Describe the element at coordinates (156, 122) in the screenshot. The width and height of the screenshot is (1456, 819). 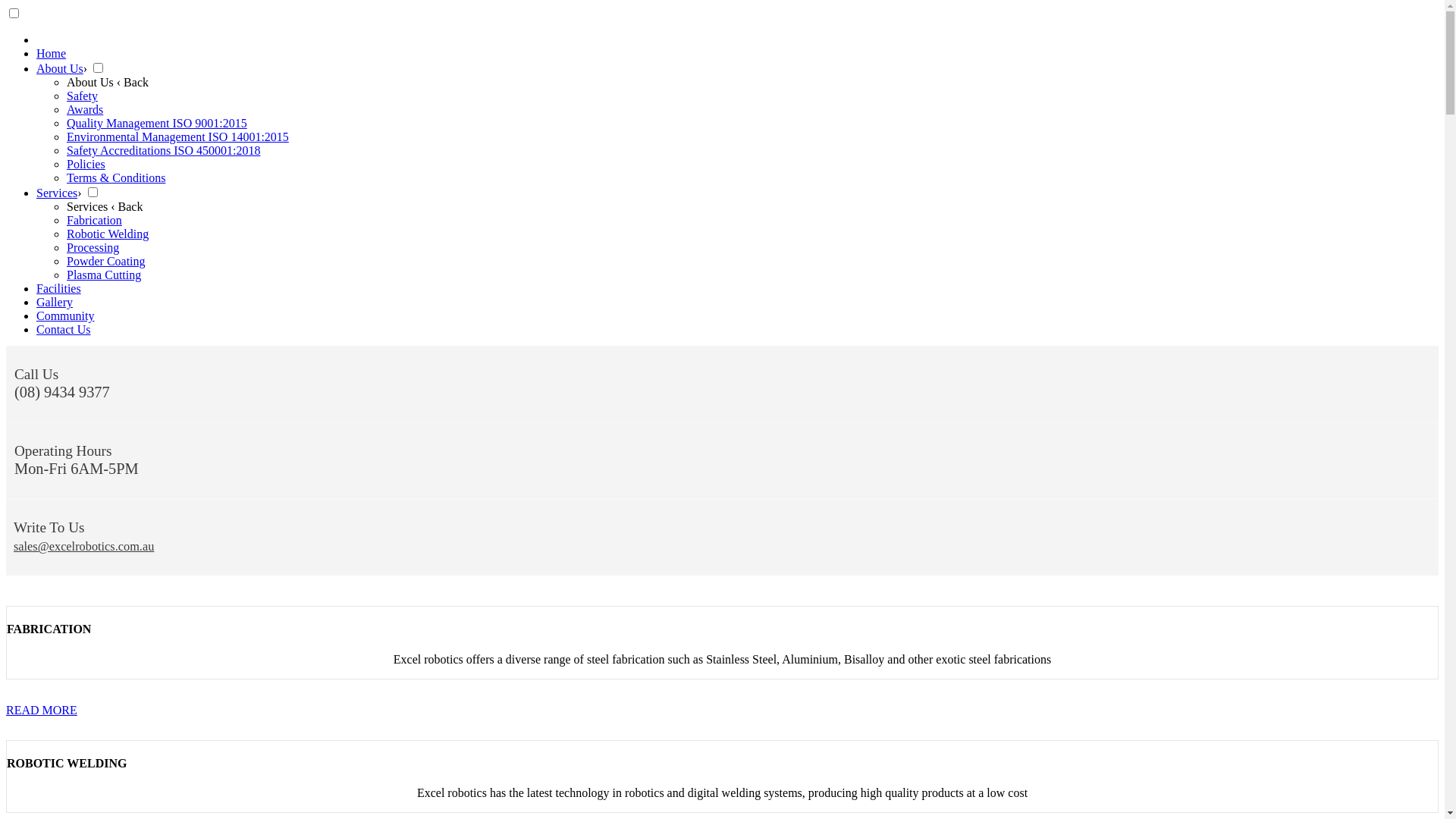
I see `'Quality Management ISO 9001:2015'` at that location.